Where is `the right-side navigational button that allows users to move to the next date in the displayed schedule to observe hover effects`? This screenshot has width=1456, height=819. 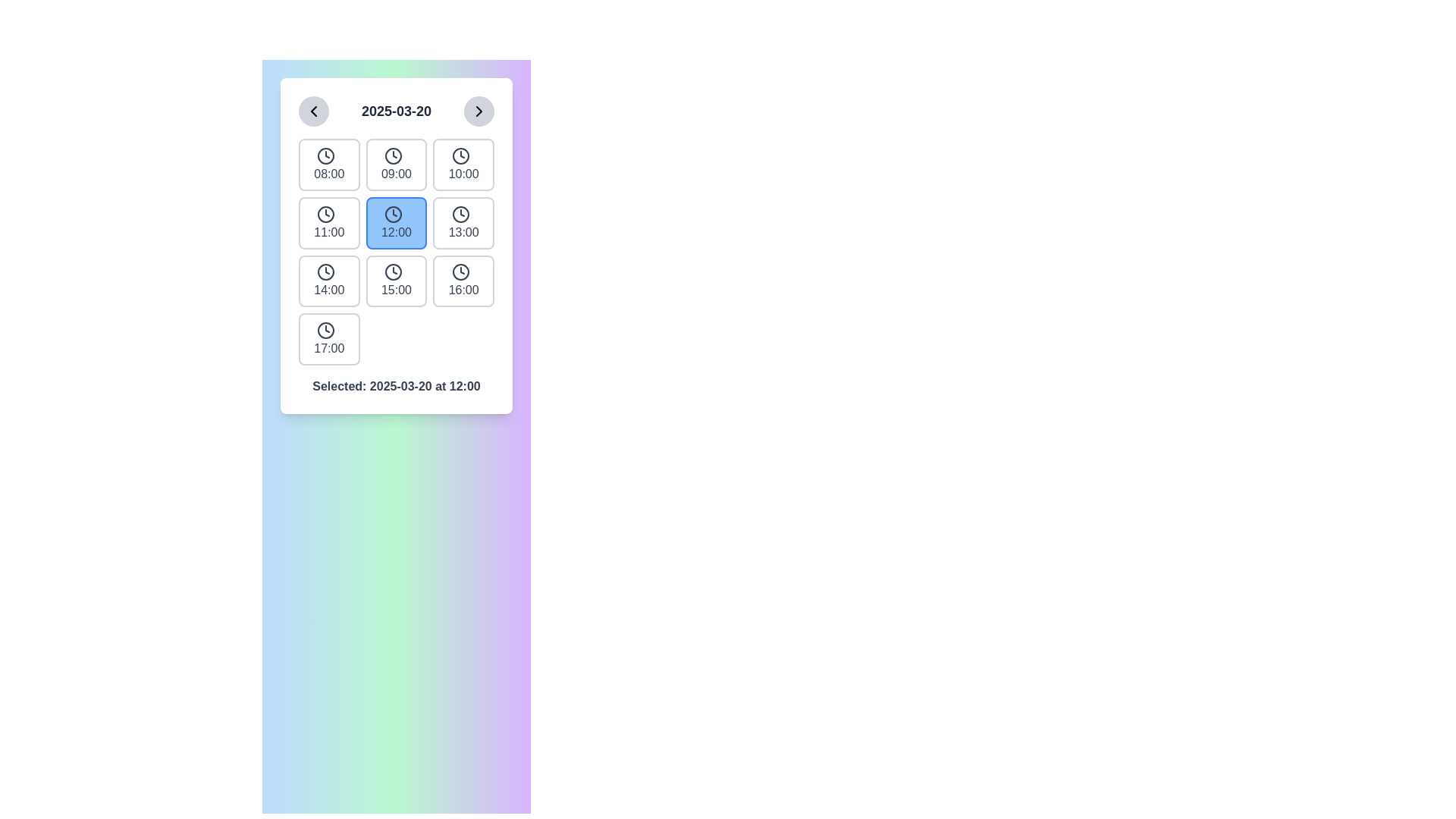 the right-side navigational button that allows users to move to the next date in the displayed schedule to observe hover effects is located at coordinates (479, 110).